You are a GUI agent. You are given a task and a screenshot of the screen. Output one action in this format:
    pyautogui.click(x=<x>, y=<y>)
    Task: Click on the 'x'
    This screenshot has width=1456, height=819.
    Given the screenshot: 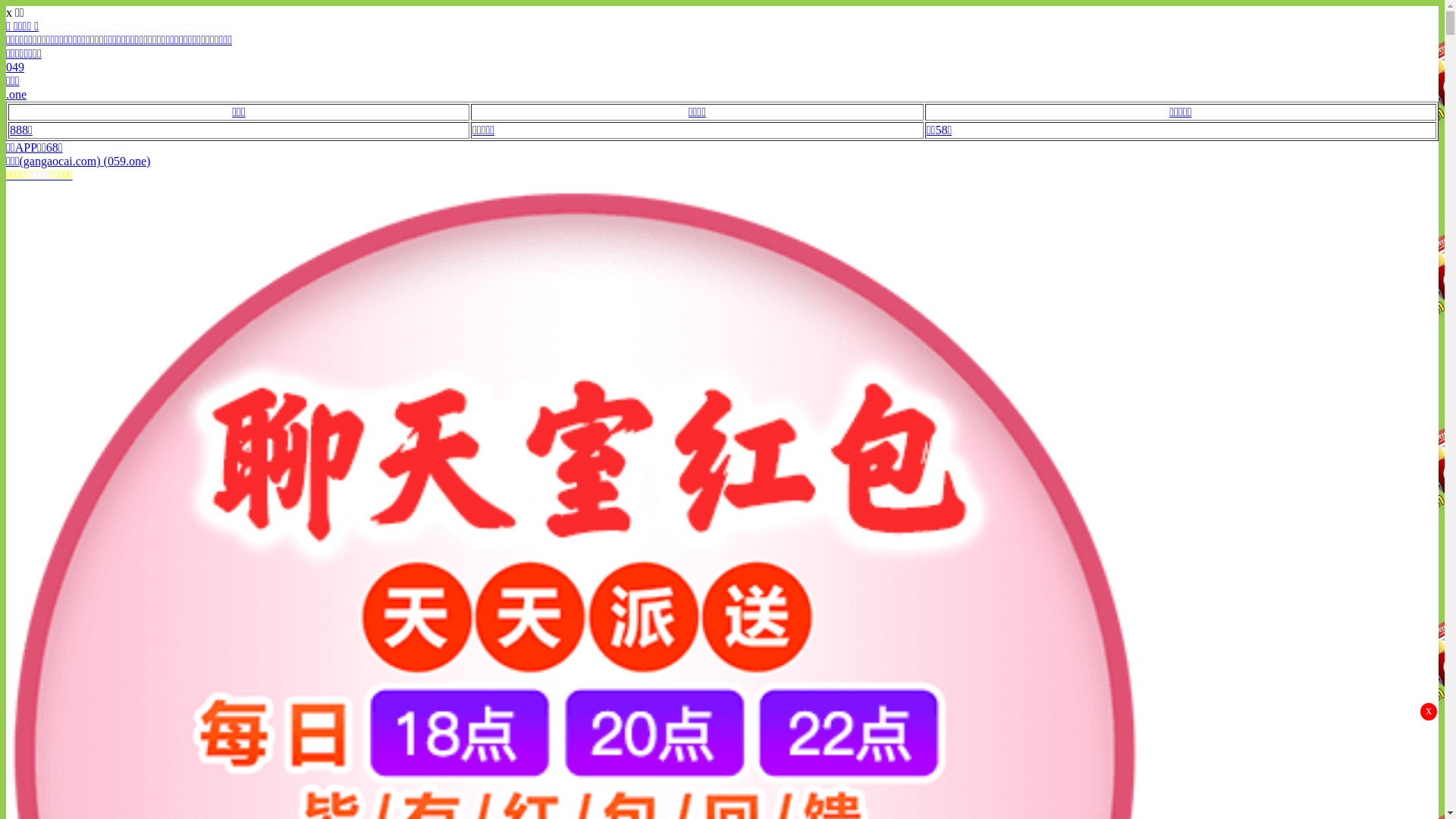 What is the action you would take?
    pyautogui.click(x=1427, y=711)
    